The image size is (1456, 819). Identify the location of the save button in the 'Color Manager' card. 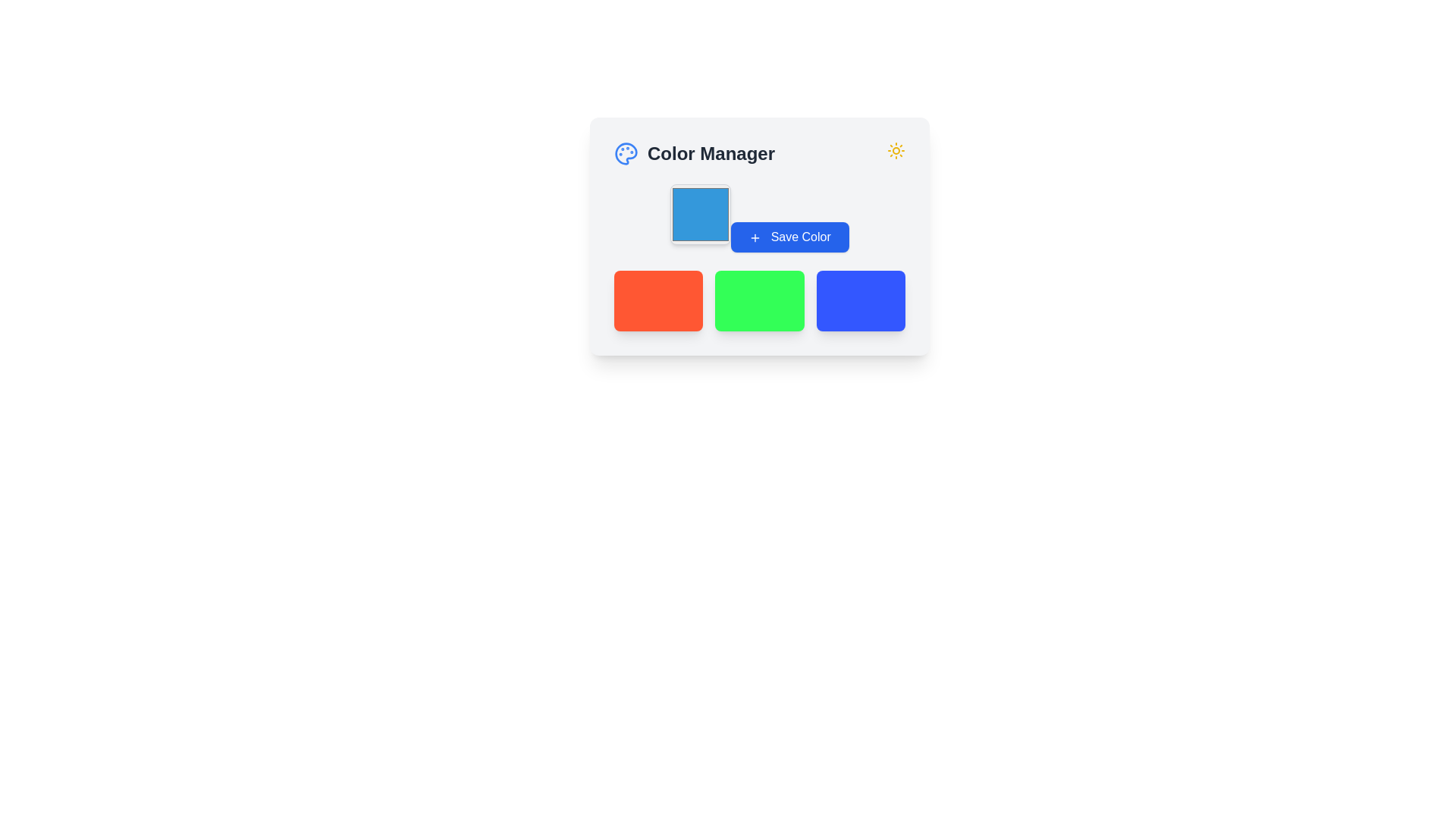
(789, 237).